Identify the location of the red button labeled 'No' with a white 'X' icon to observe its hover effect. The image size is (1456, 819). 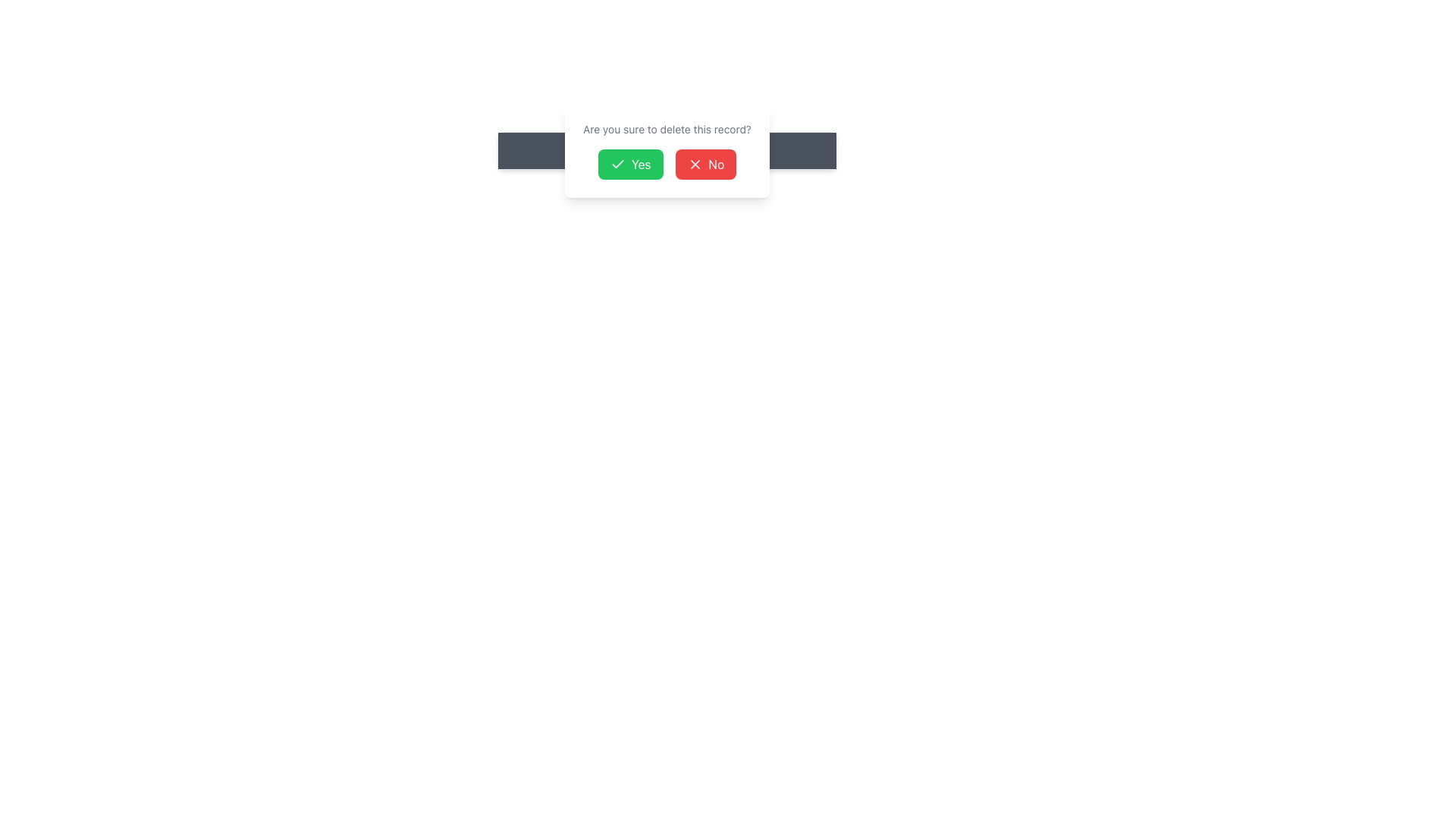
(704, 164).